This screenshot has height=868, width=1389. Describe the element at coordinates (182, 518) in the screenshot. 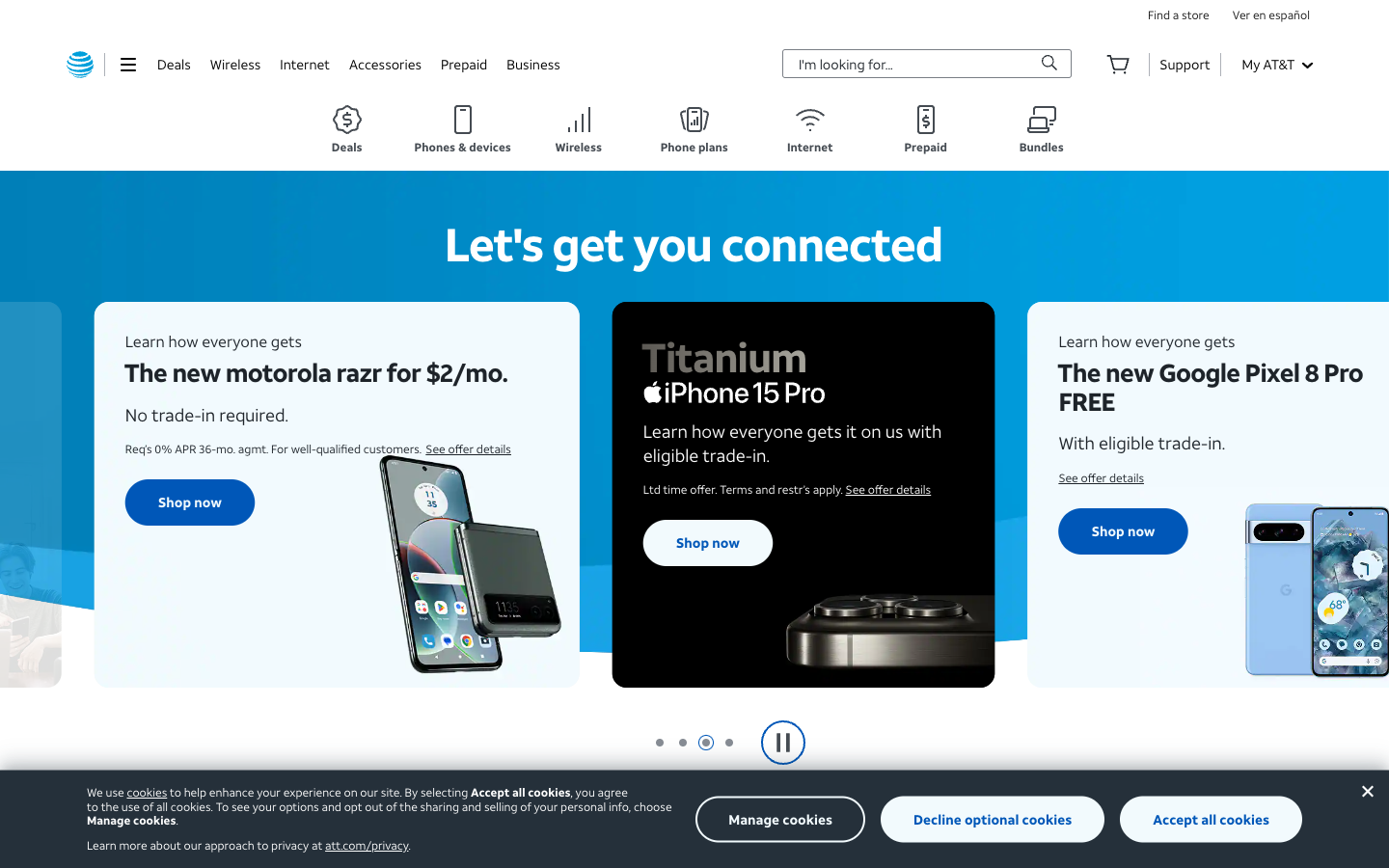

I see `Verify the offer for Motorola Razr` at that location.